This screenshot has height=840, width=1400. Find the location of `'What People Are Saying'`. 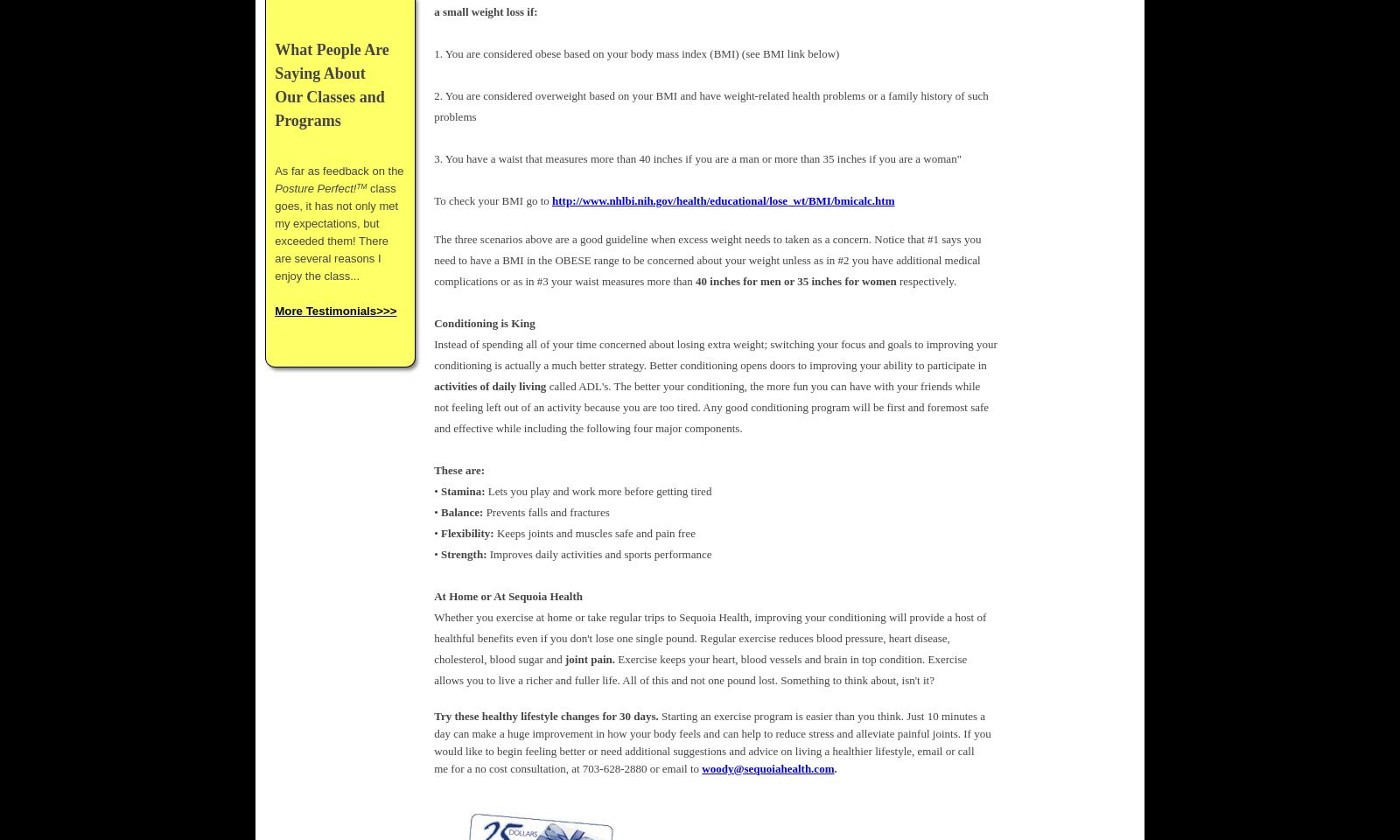

'What People Are Saying' is located at coordinates (332, 61).